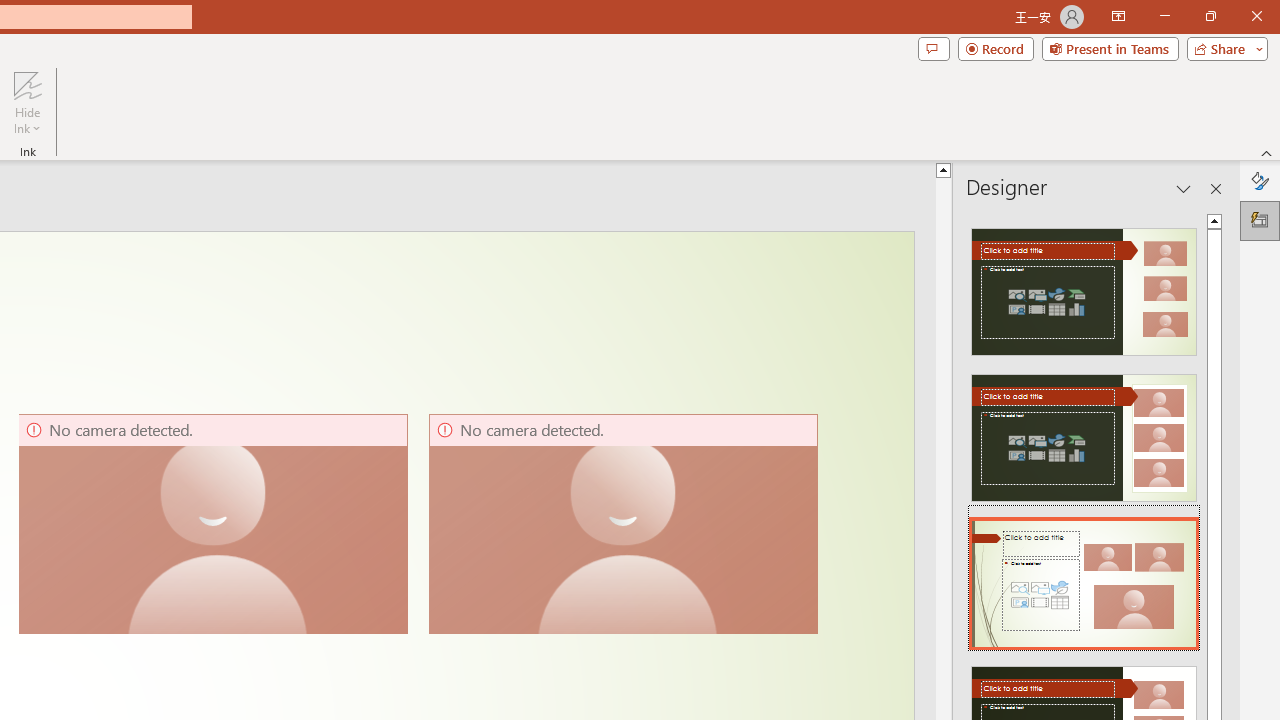  I want to click on 'Design Idea', so click(1083, 577).